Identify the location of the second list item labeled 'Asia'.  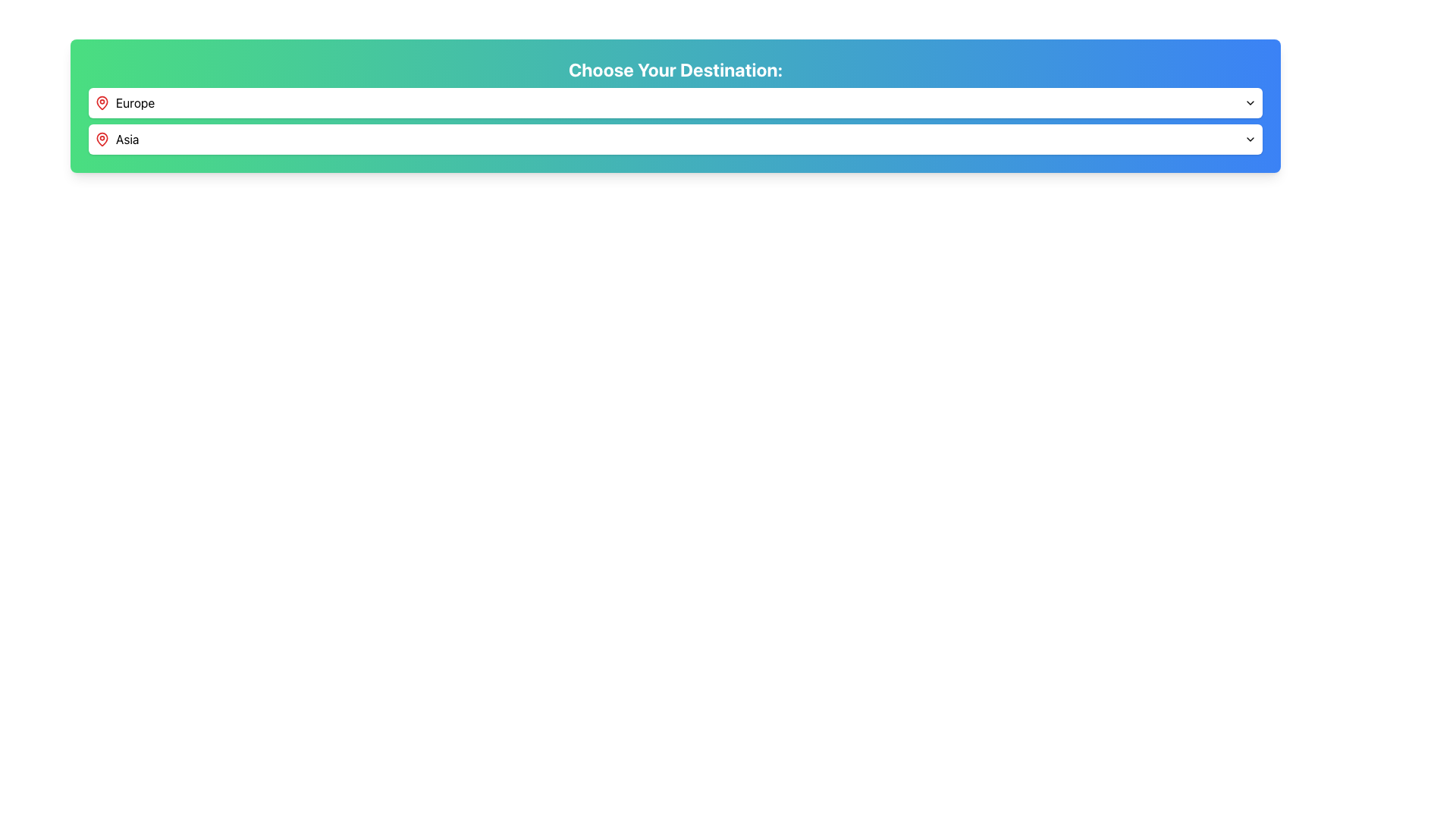
(675, 140).